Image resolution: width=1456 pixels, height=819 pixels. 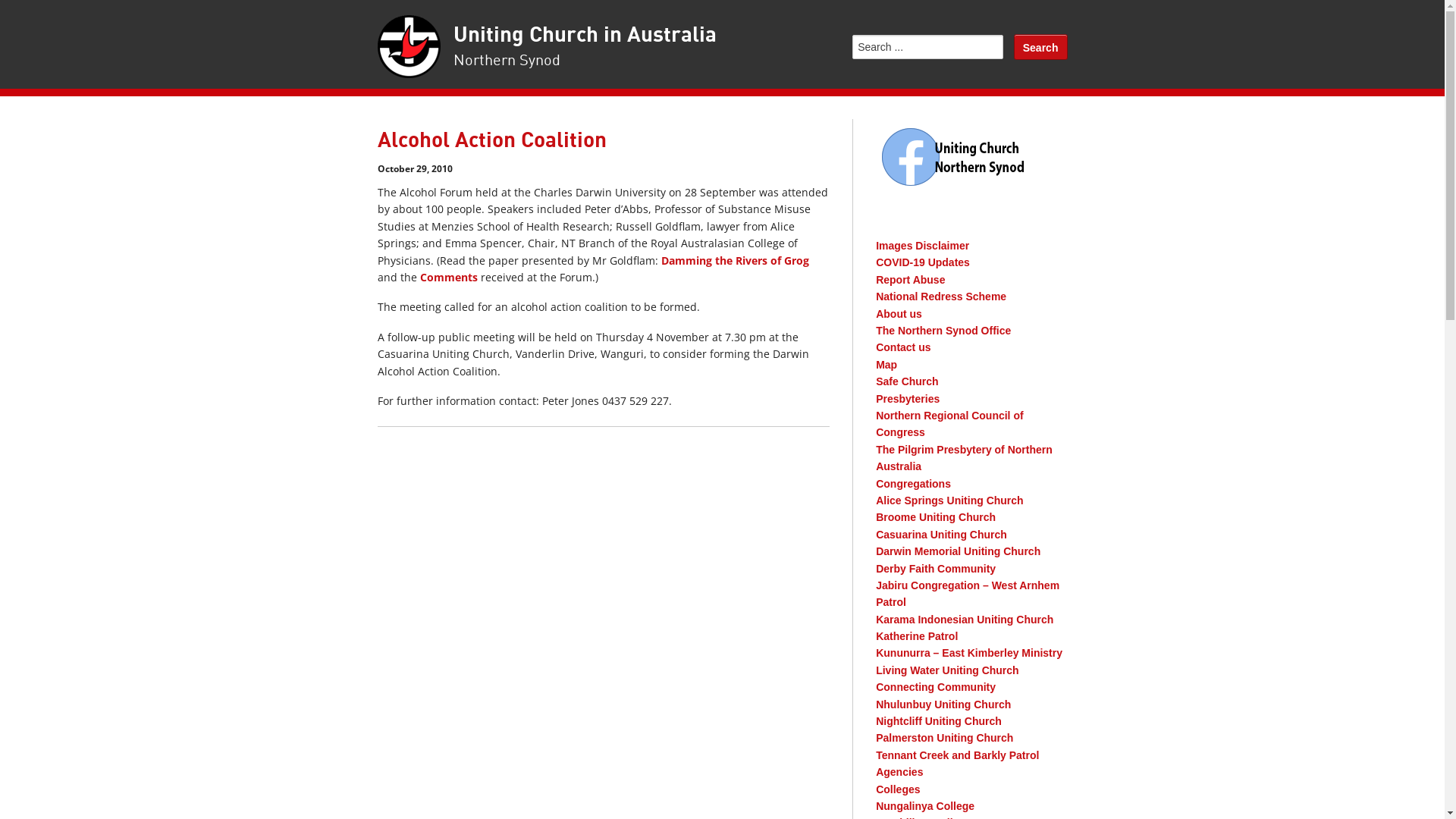 I want to click on 'About us', so click(x=899, y=312).